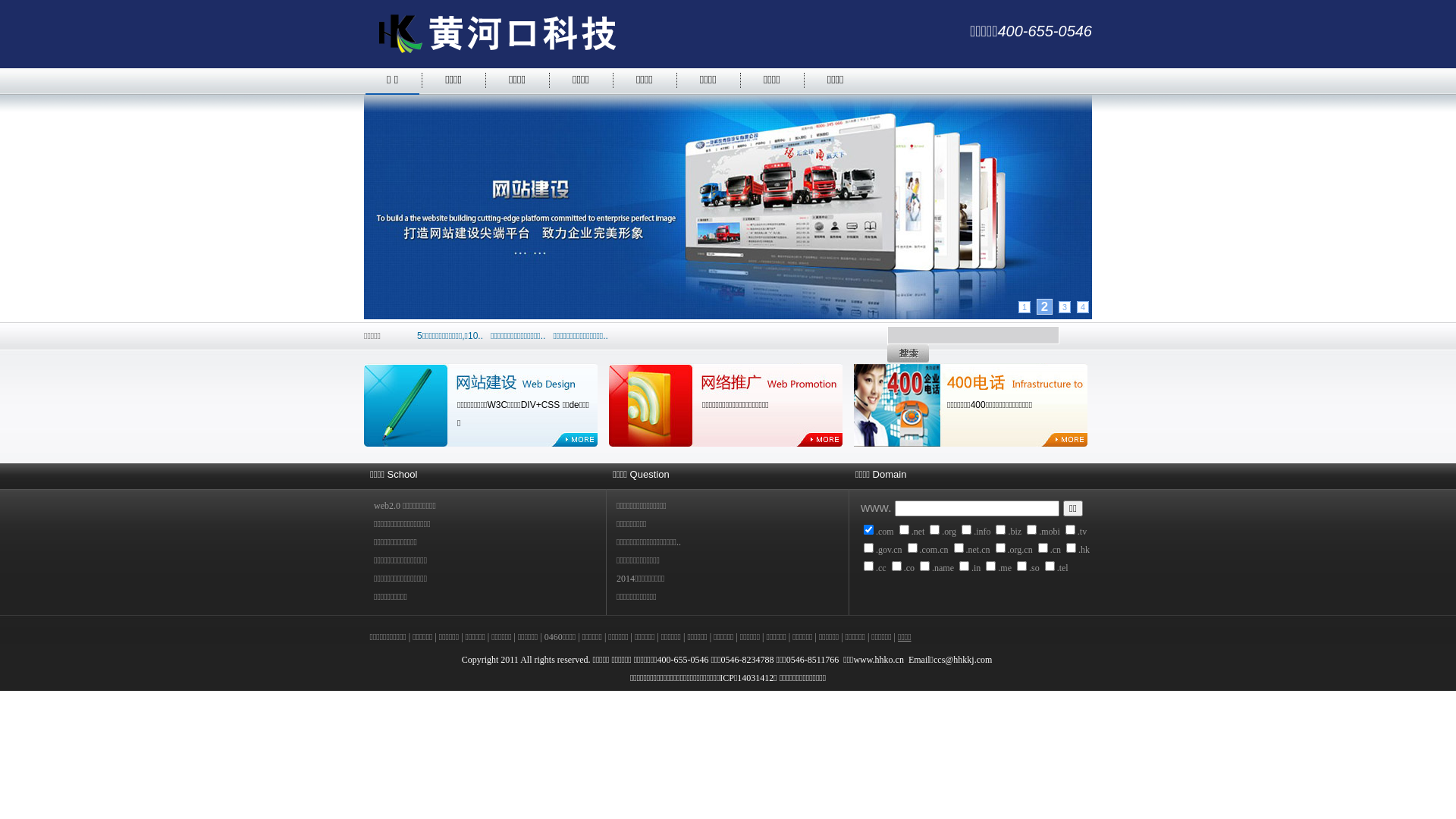 This screenshot has height=819, width=1456. I want to click on 'ccs@hhkkj.com ', so click(963, 659).